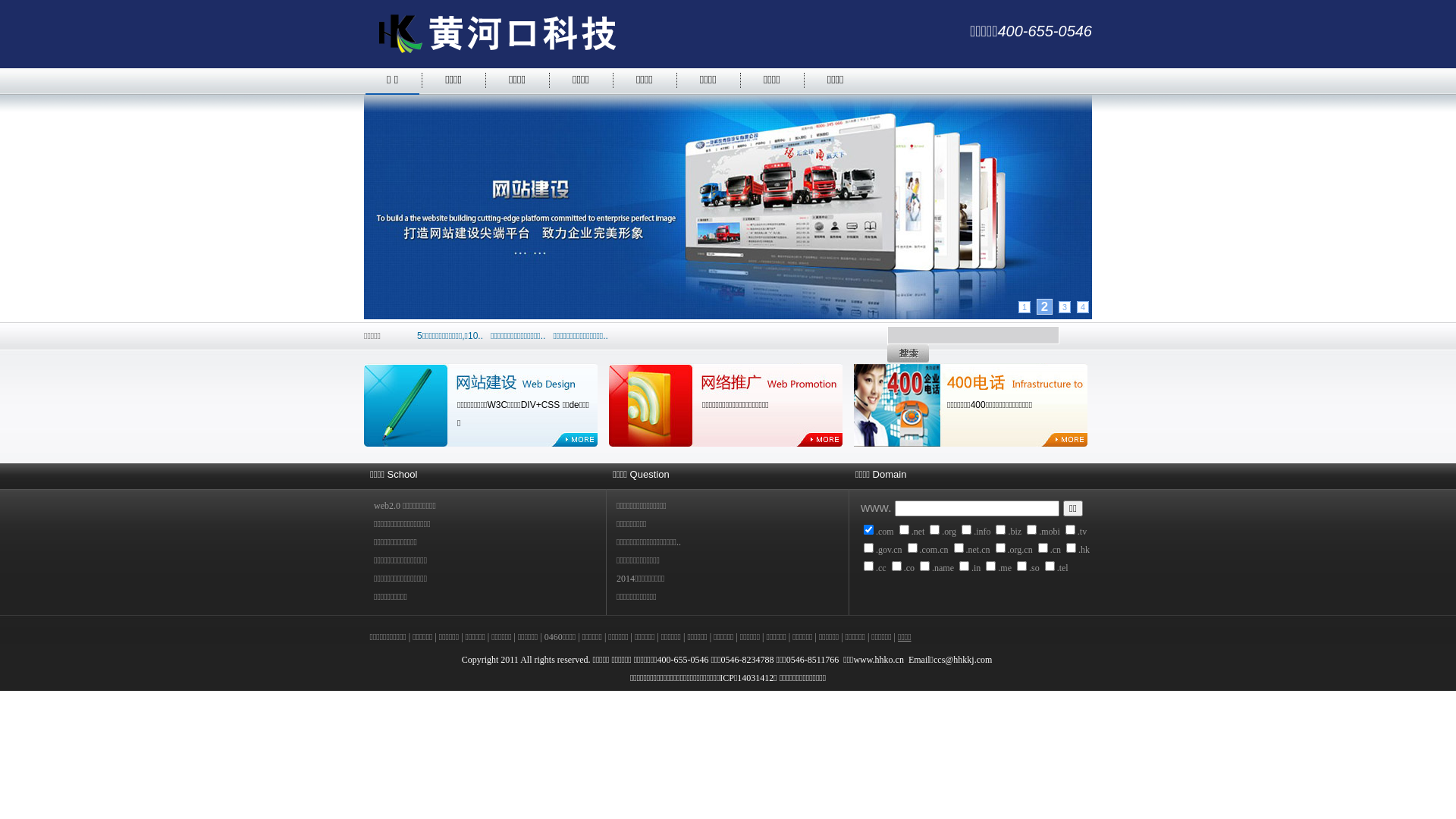 This screenshot has height=819, width=1456. I want to click on 'ccs@hhkkj.com ', so click(963, 659).